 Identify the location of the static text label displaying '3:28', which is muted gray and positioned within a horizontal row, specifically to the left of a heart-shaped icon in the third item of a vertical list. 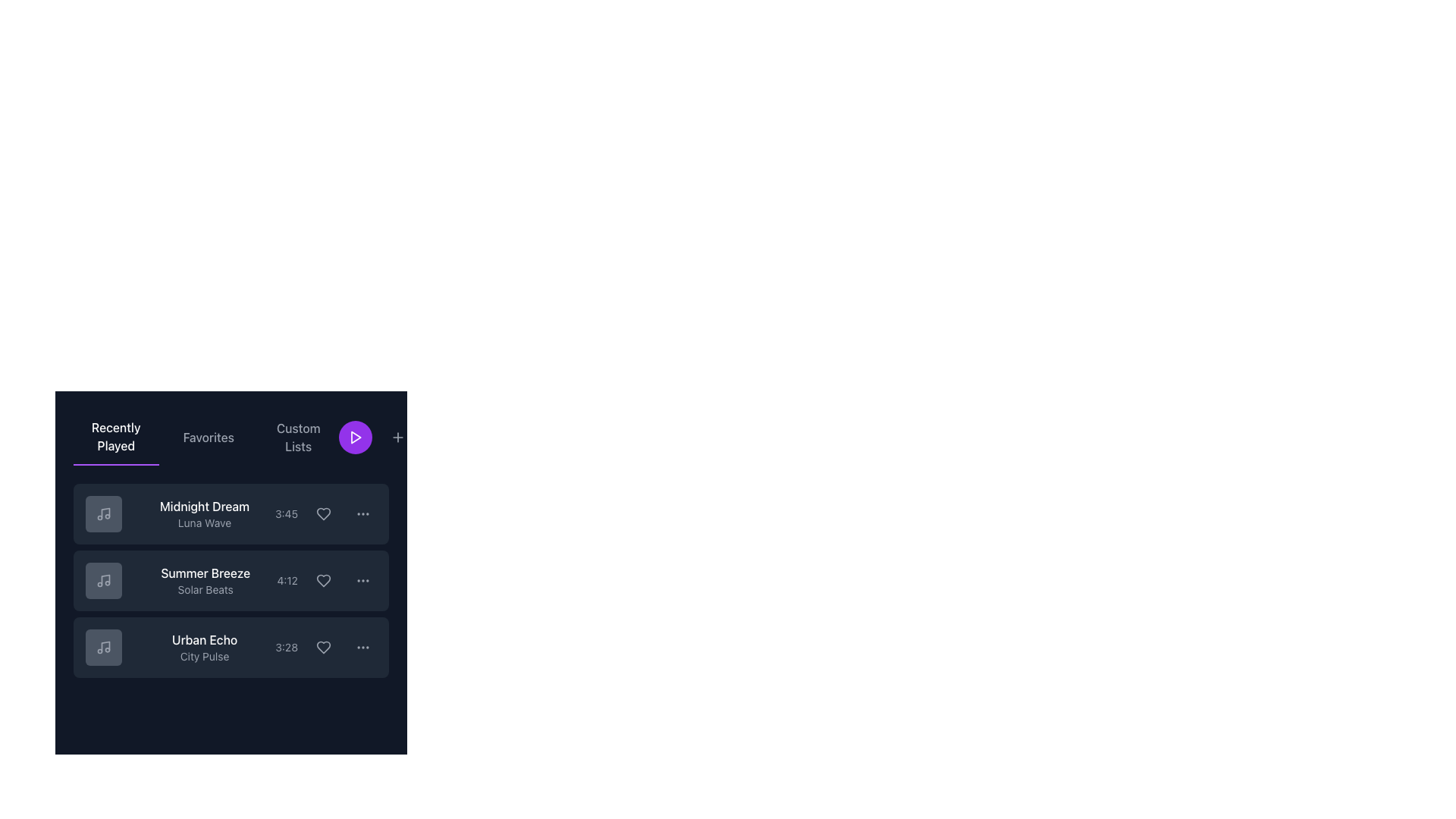
(287, 647).